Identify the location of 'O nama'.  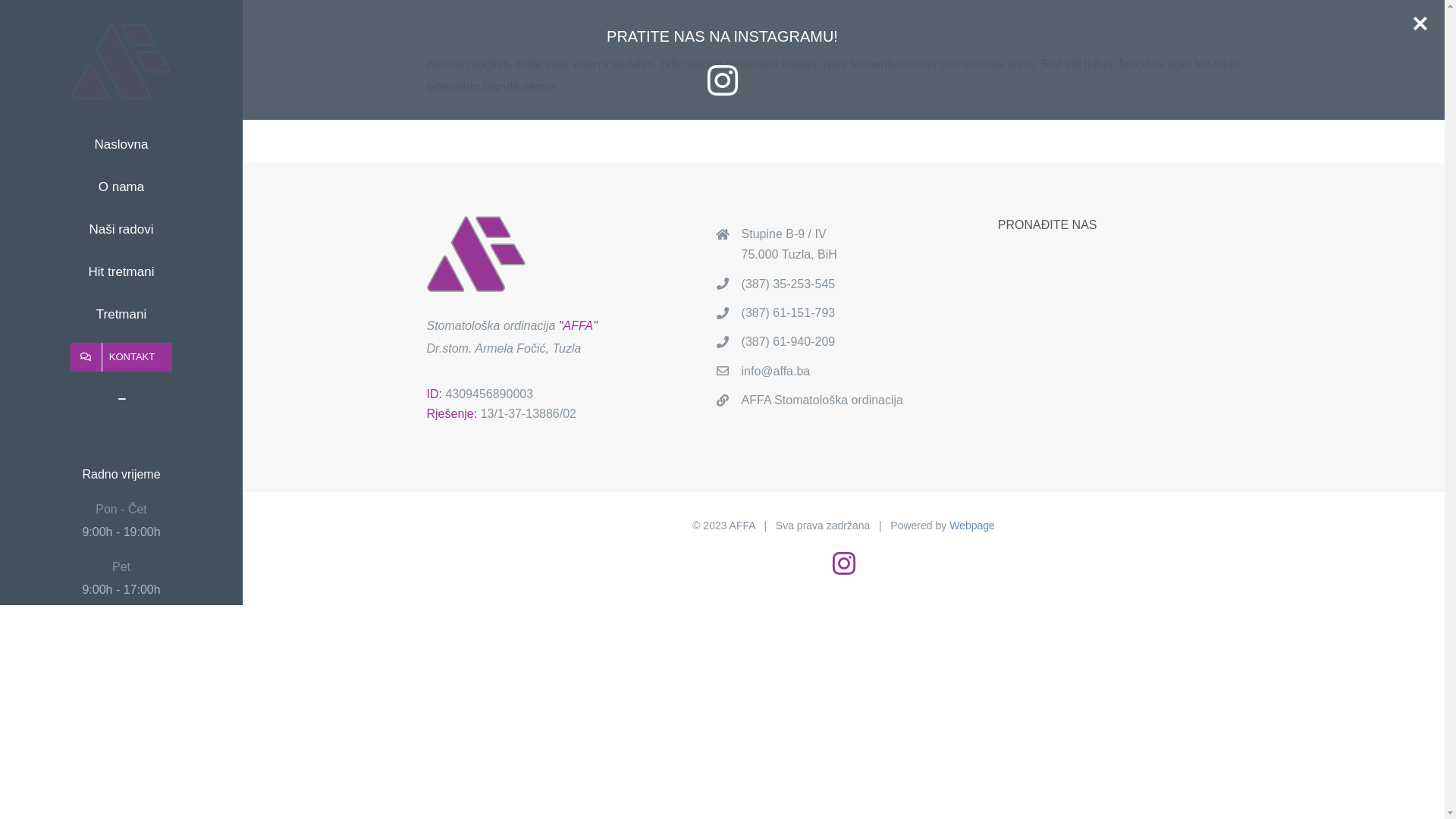
(120, 186).